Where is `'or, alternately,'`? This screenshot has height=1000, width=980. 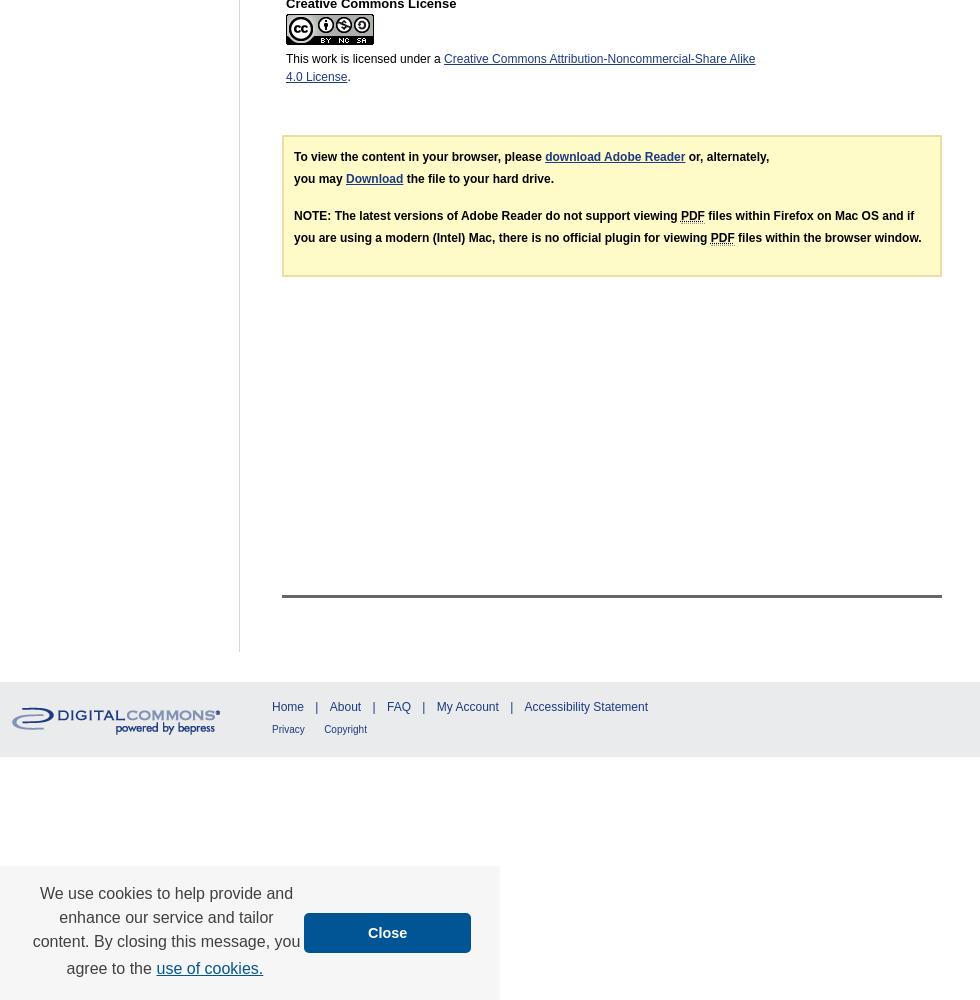
'or, alternately,' is located at coordinates (685, 156).